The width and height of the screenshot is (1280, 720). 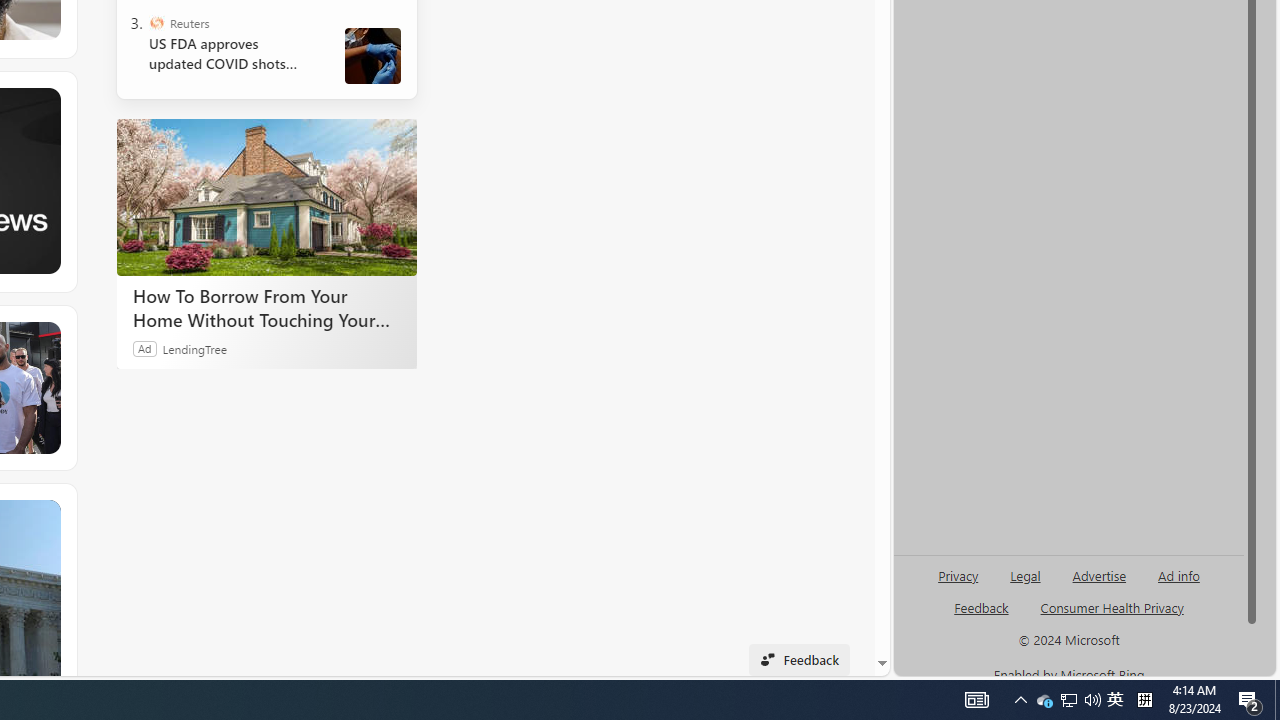 I want to click on 'AutomationID: sb_feedback', so click(x=981, y=606).